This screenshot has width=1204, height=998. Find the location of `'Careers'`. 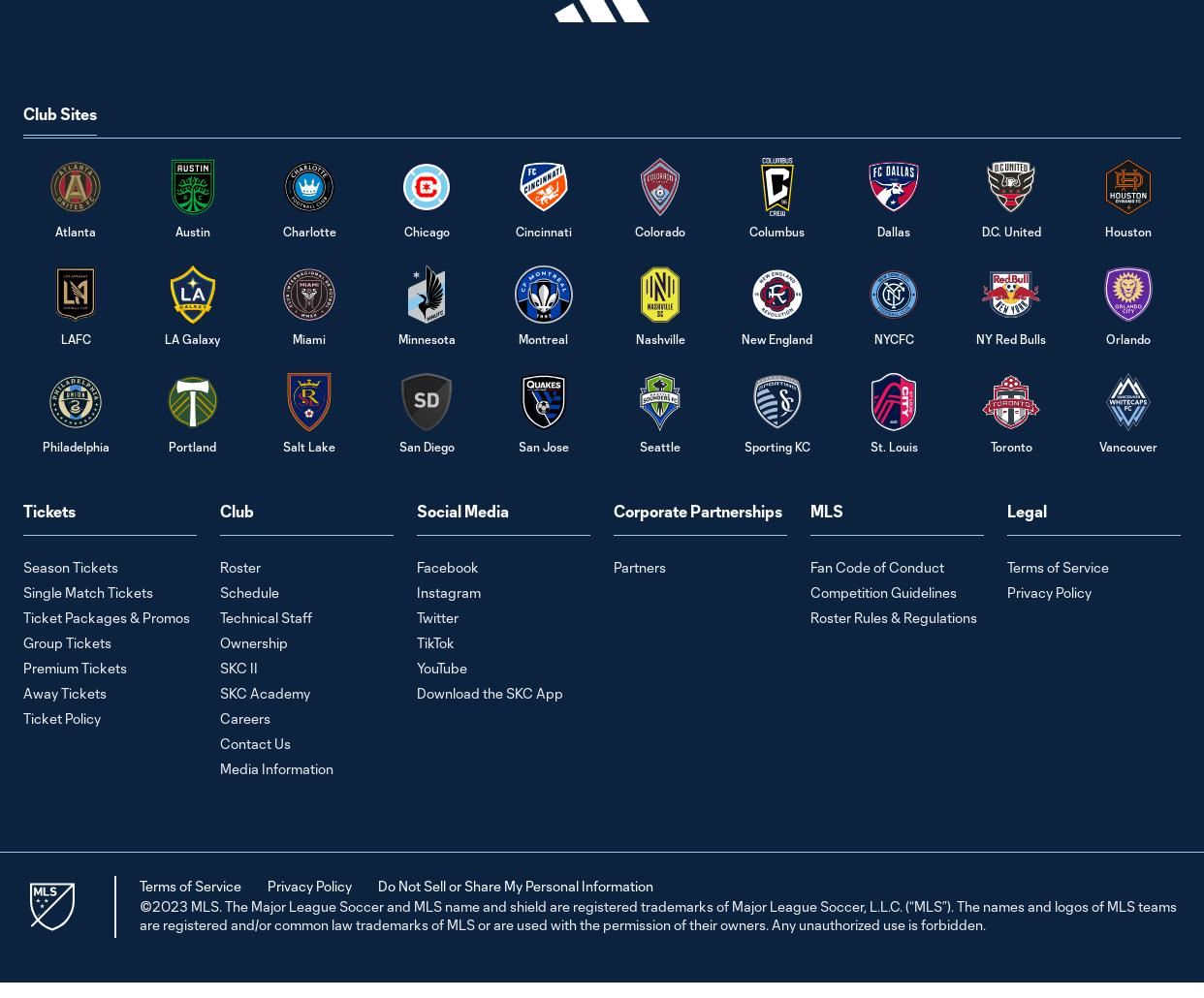

'Careers' is located at coordinates (243, 717).